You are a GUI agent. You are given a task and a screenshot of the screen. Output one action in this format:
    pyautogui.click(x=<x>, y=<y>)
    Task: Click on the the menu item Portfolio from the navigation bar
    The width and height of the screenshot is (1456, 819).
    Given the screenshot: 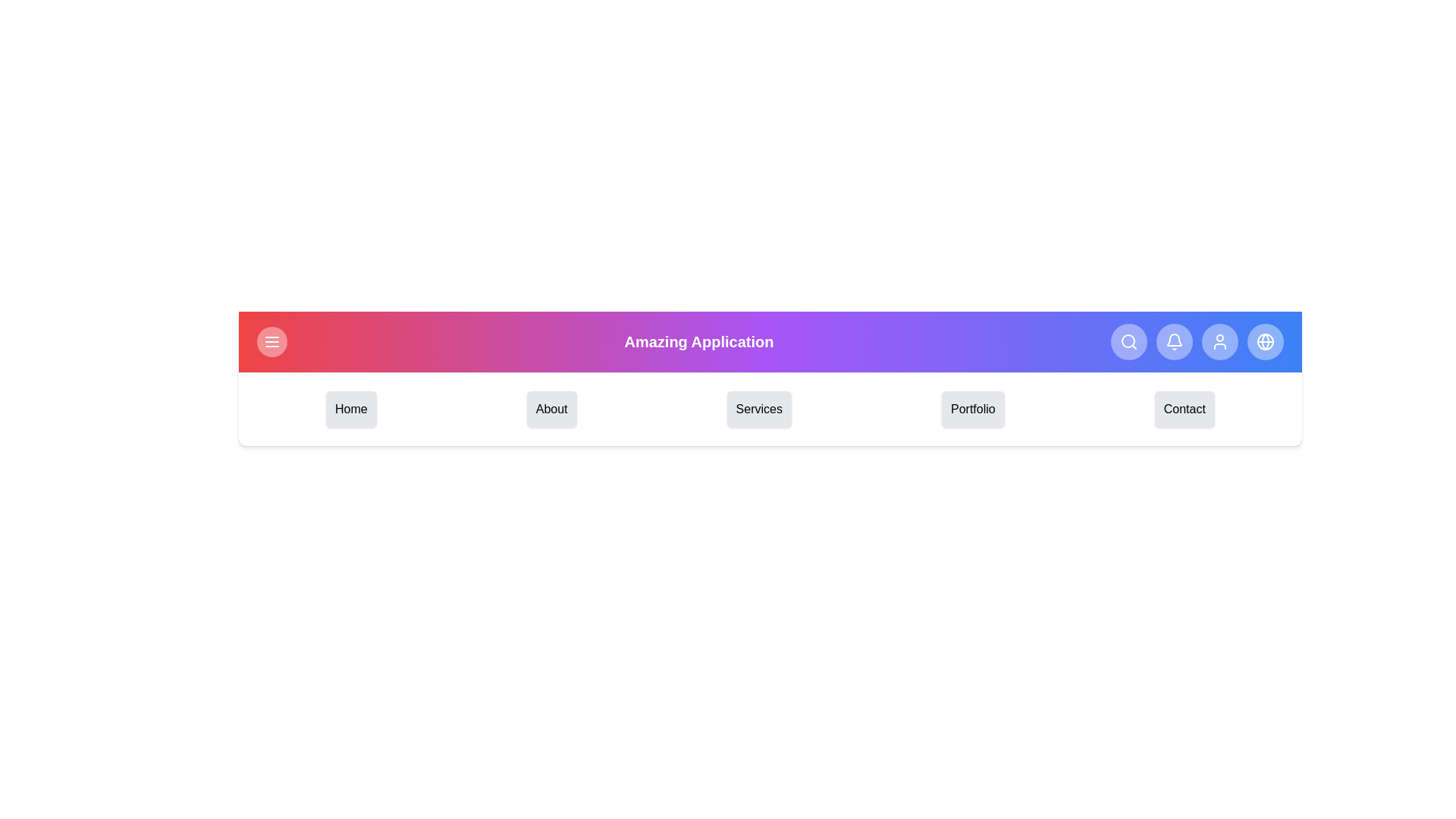 What is the action you would take?
    pyautogui.click(x=972, y=409)
    